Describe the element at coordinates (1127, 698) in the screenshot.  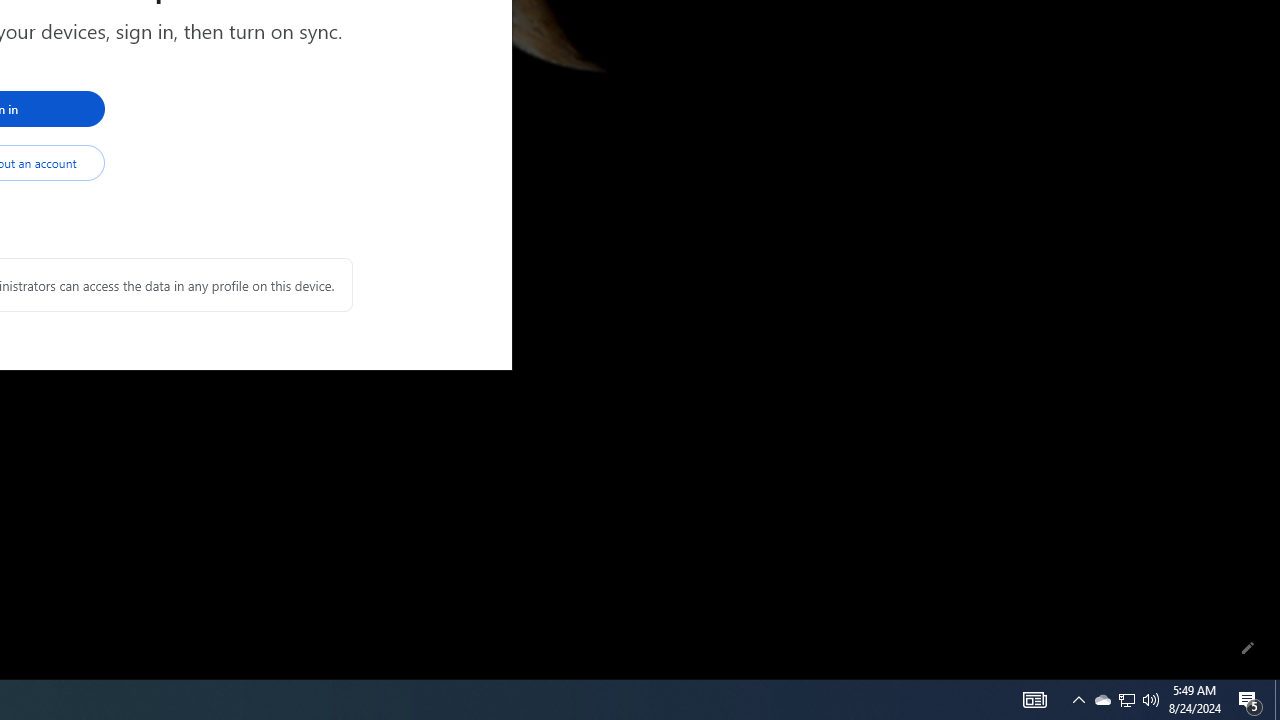
I see `'Q2790: 100%'` at that location.